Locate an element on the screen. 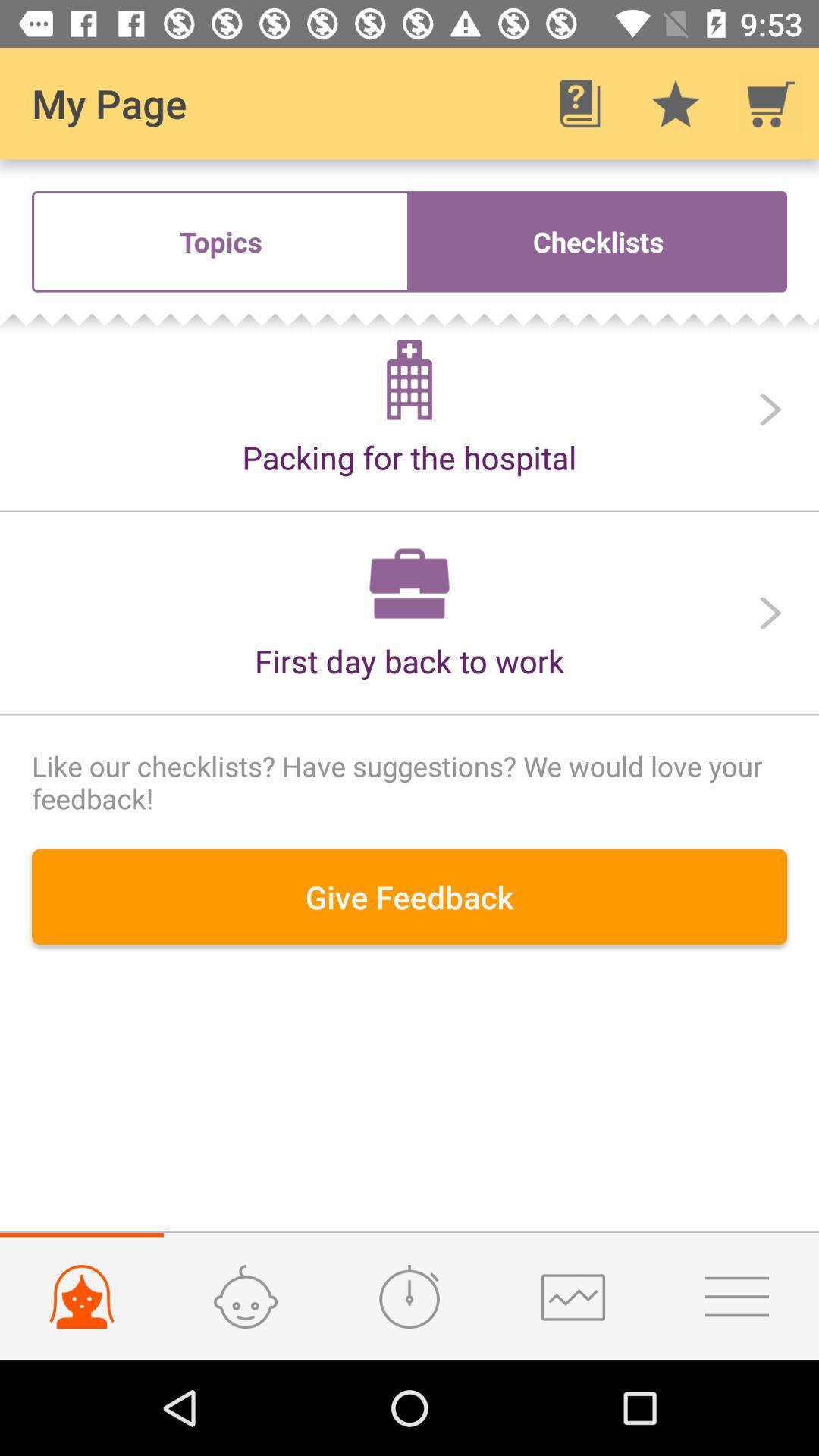 The height and width of the screenshot is (1456, 819). give feedback is located at coordinates (409, 896).